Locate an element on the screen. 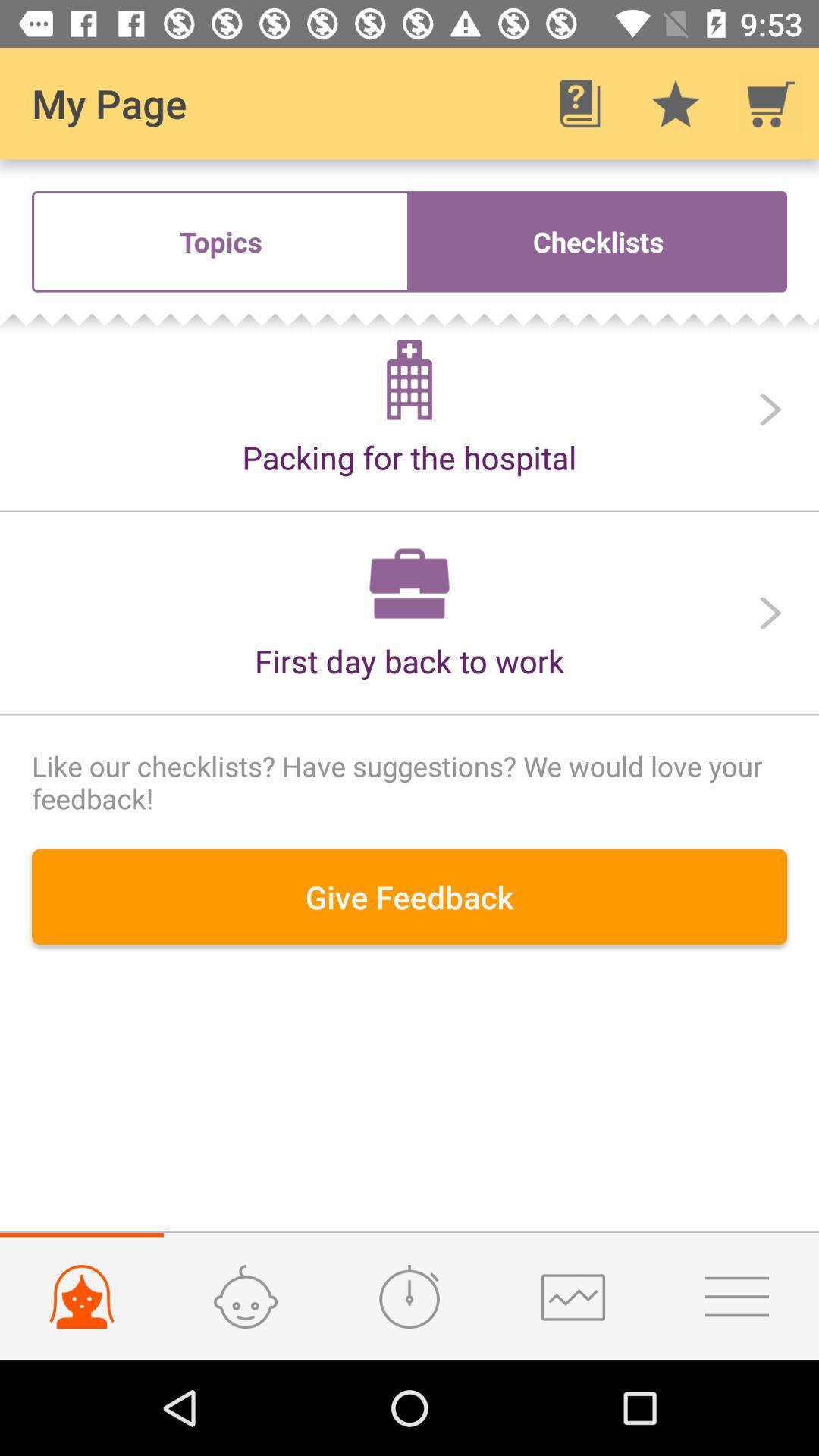 The height and width of the screenshot is (1456, 819). give feedback is located at coordinates (409, 896).